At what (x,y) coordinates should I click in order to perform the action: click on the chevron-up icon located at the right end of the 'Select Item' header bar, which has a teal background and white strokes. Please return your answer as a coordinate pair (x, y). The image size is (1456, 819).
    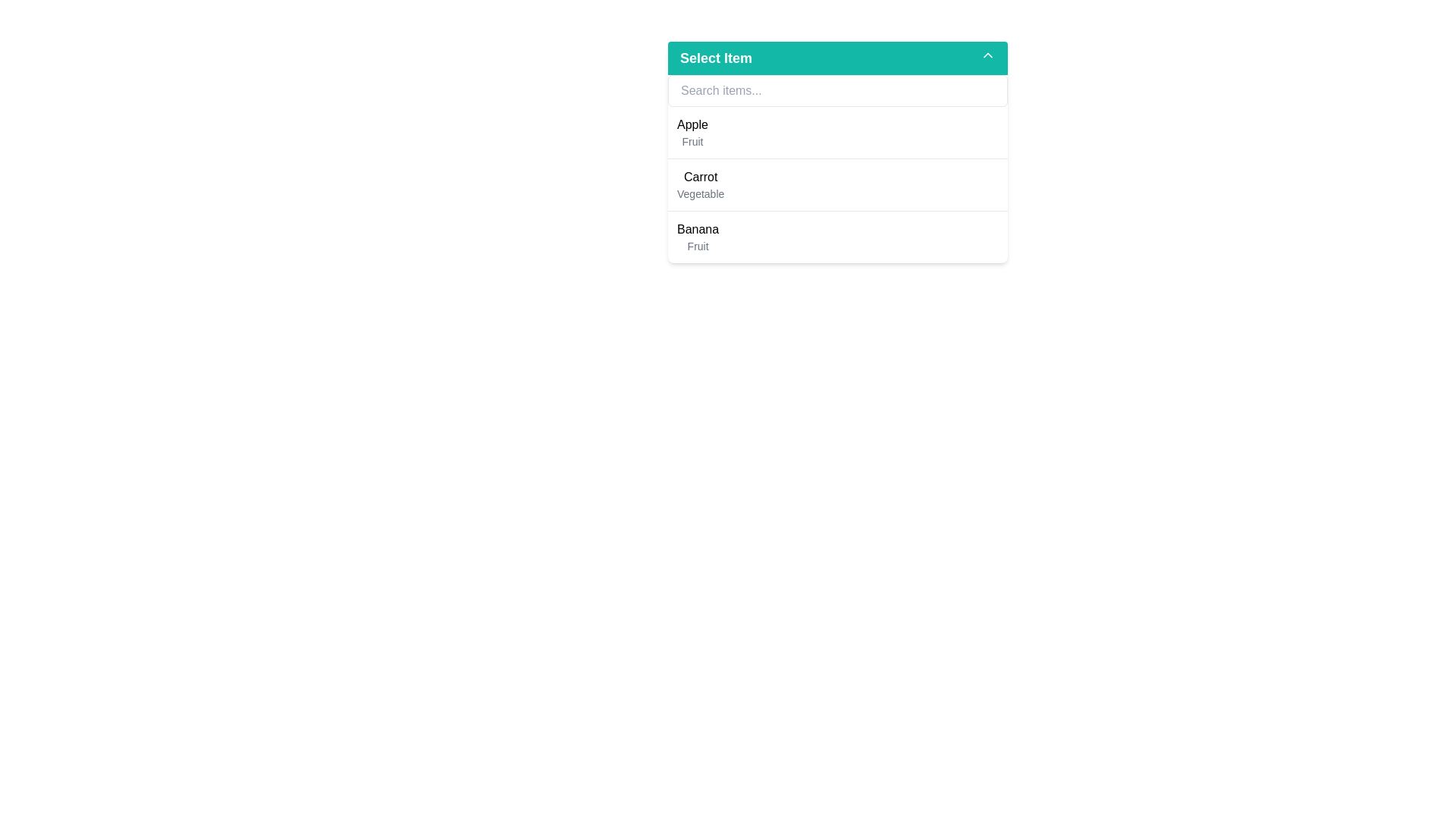
    Looking at the image, I should click on (987, 55).